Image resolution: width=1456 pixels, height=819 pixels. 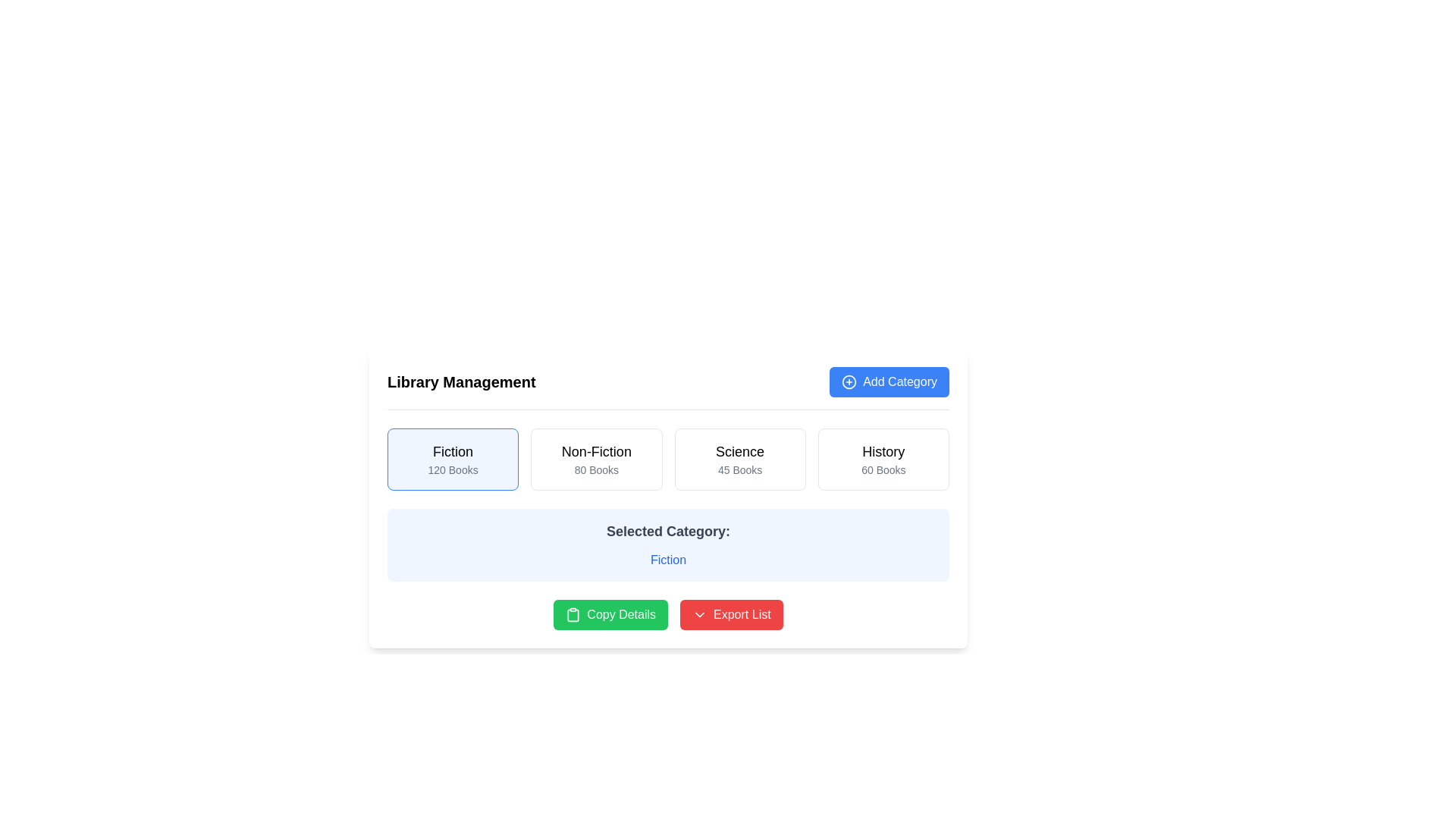 What do you see at coordinates (883, 469) in the screenshot?
I see `the text label '60 Books' located below the 'History' title in the fourth category card, which is styled in gray and indicates a sub-description` at bounding box center [883, 469].